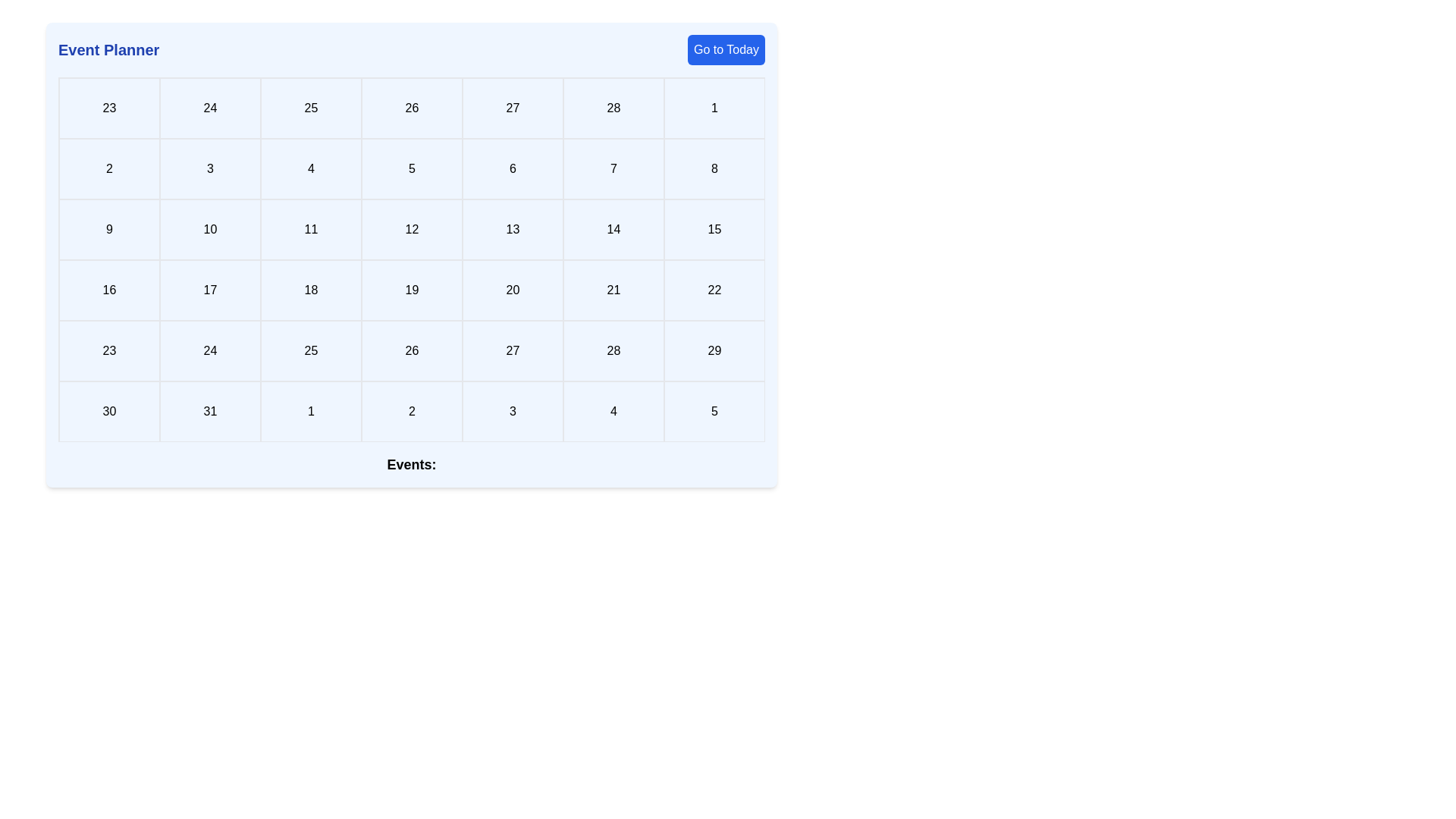 This screenshot has height=819, width=1456. What do you see at coordinates (310, 350) in the screenshot?
I see `the calendar grid cell representing the date '25'` at bounding box center [310, 350].